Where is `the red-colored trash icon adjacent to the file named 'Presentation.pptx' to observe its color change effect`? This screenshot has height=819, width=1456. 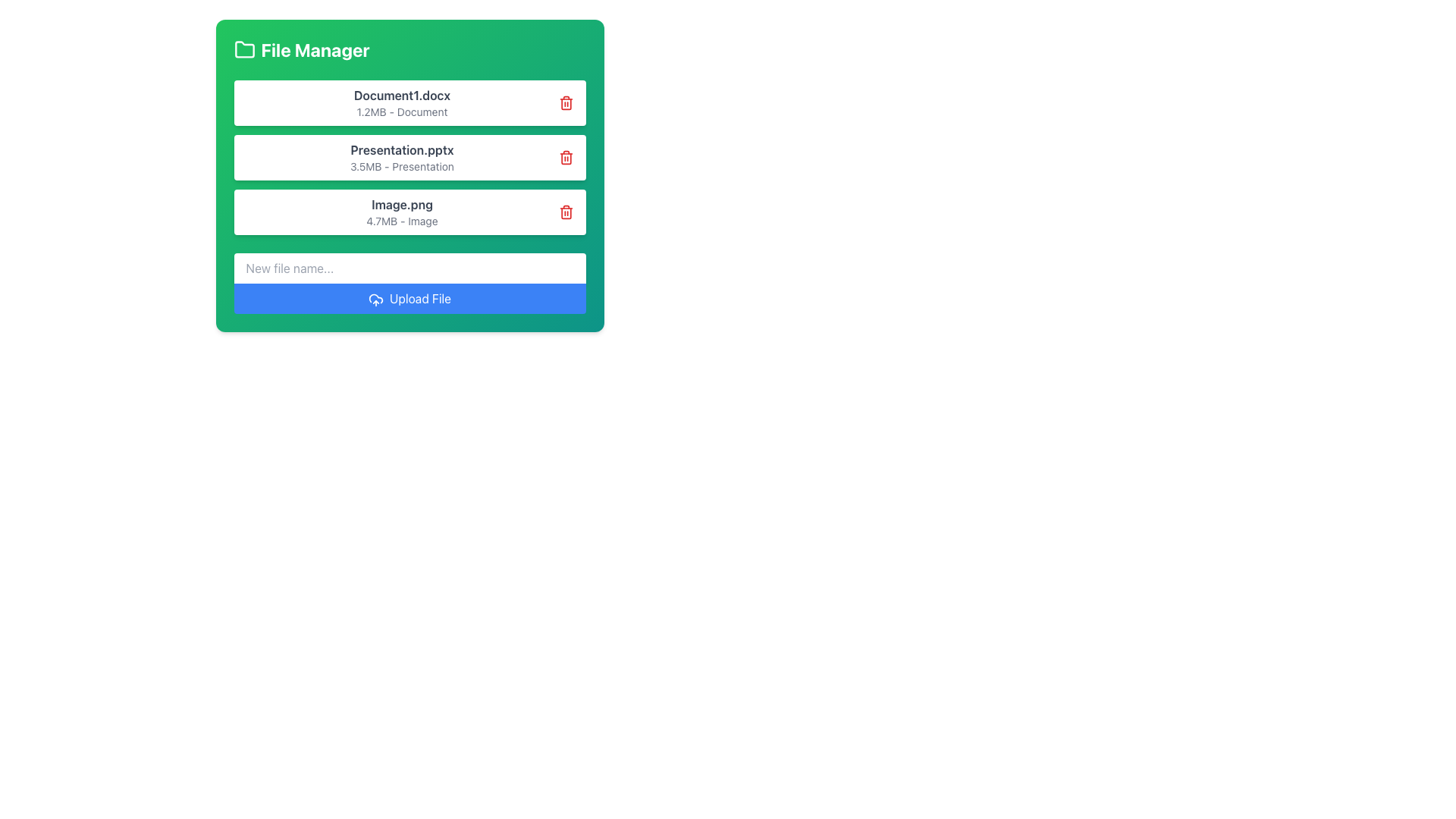 the red-colored trash icon adjacent to the file named 'Presentation.pptx' to observe its color change effect is located at coordinates (565, 158).